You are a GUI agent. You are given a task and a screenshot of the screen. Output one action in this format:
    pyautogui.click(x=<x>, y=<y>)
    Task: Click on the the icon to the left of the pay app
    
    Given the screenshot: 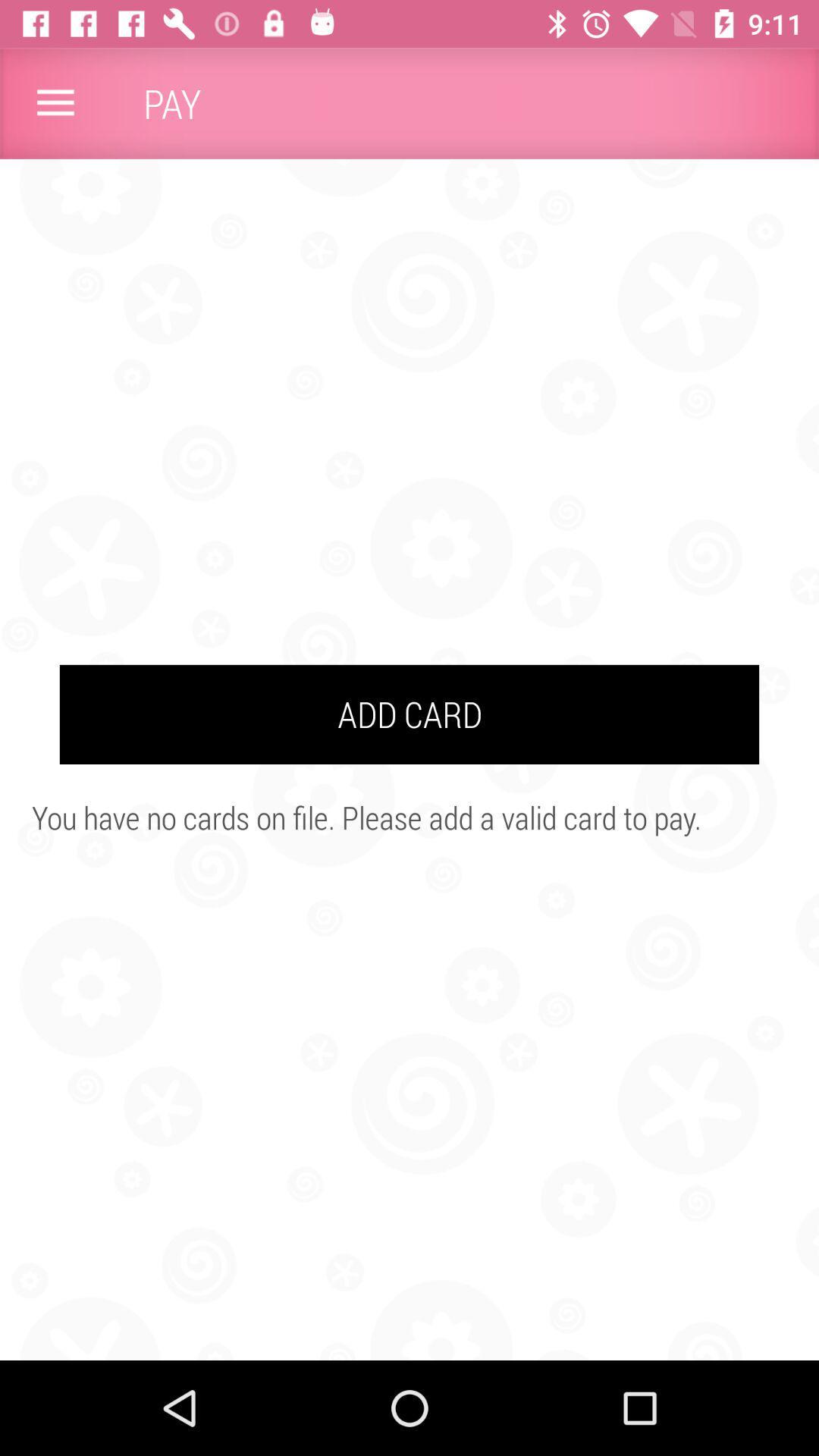 What is the action you would take?
    pyautogui.click(x=55, y=102)
    